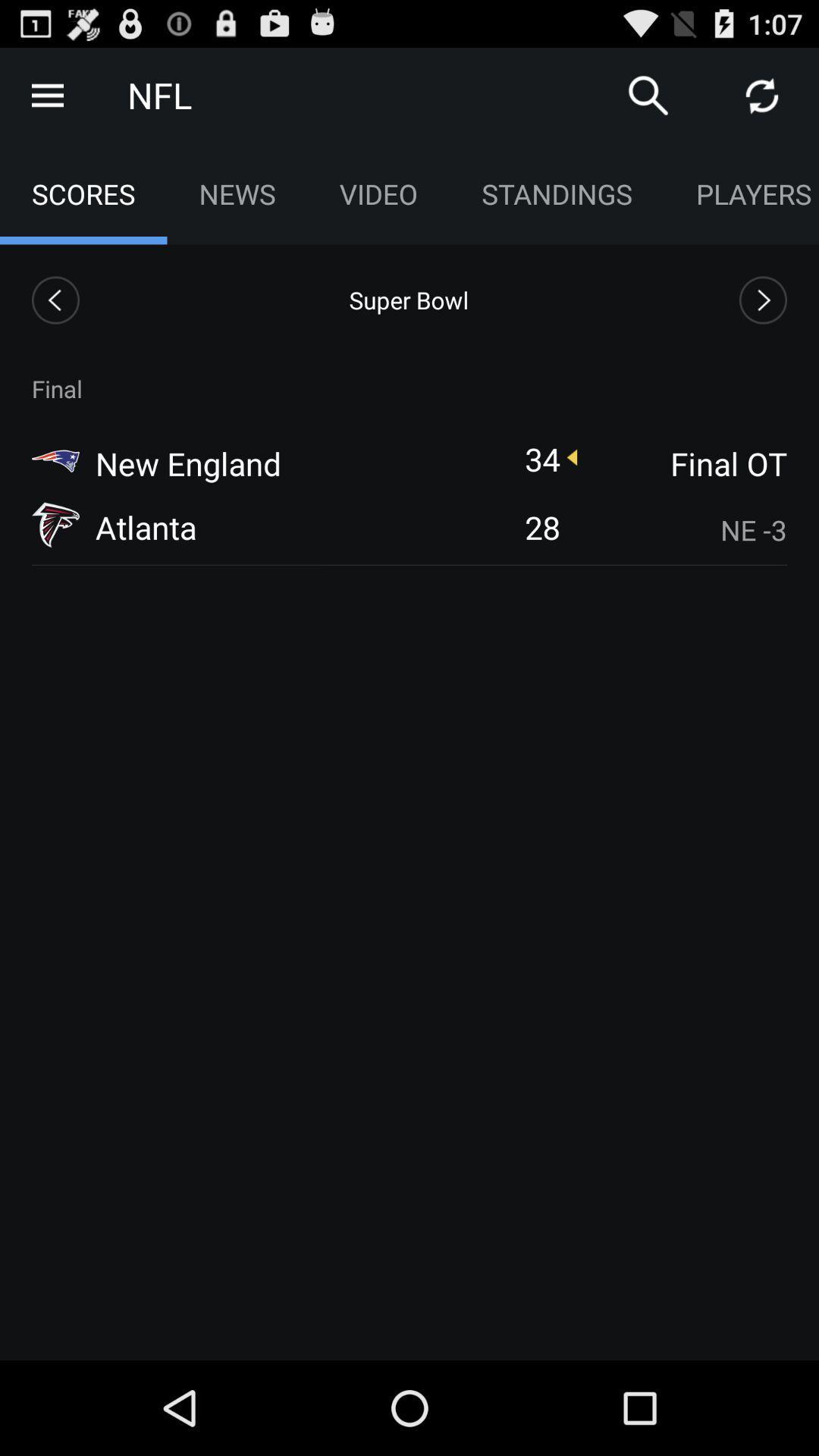 The image size is (819, 1456). What do you see at coordinates (46, 94) in the screenshot?
I see `drop down main menu` at bounding box center [46, 94].